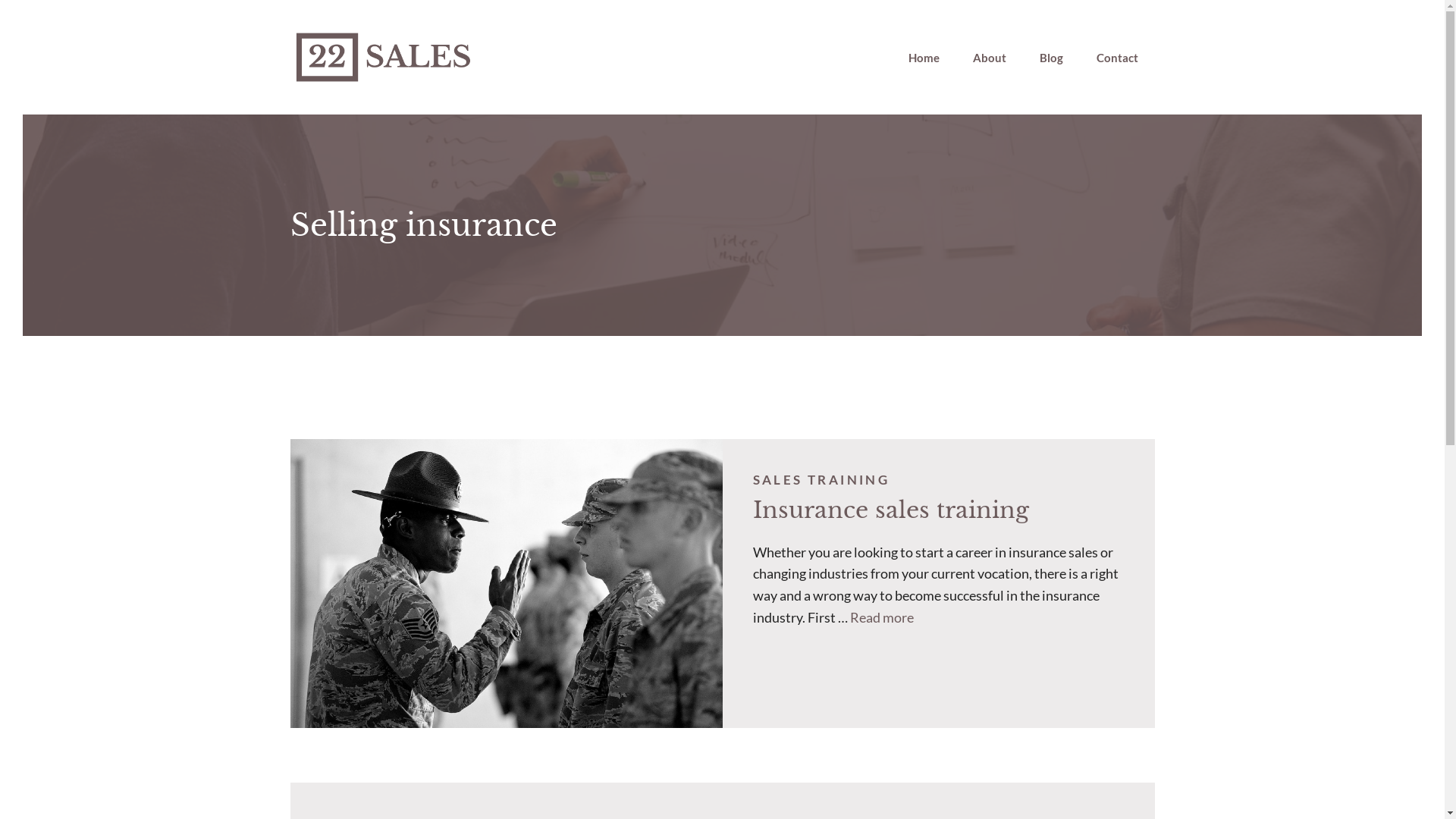  What do you see at coordinates (989, 57) in the screenshot?
I see `'About'` at bounding box center [989, 57].